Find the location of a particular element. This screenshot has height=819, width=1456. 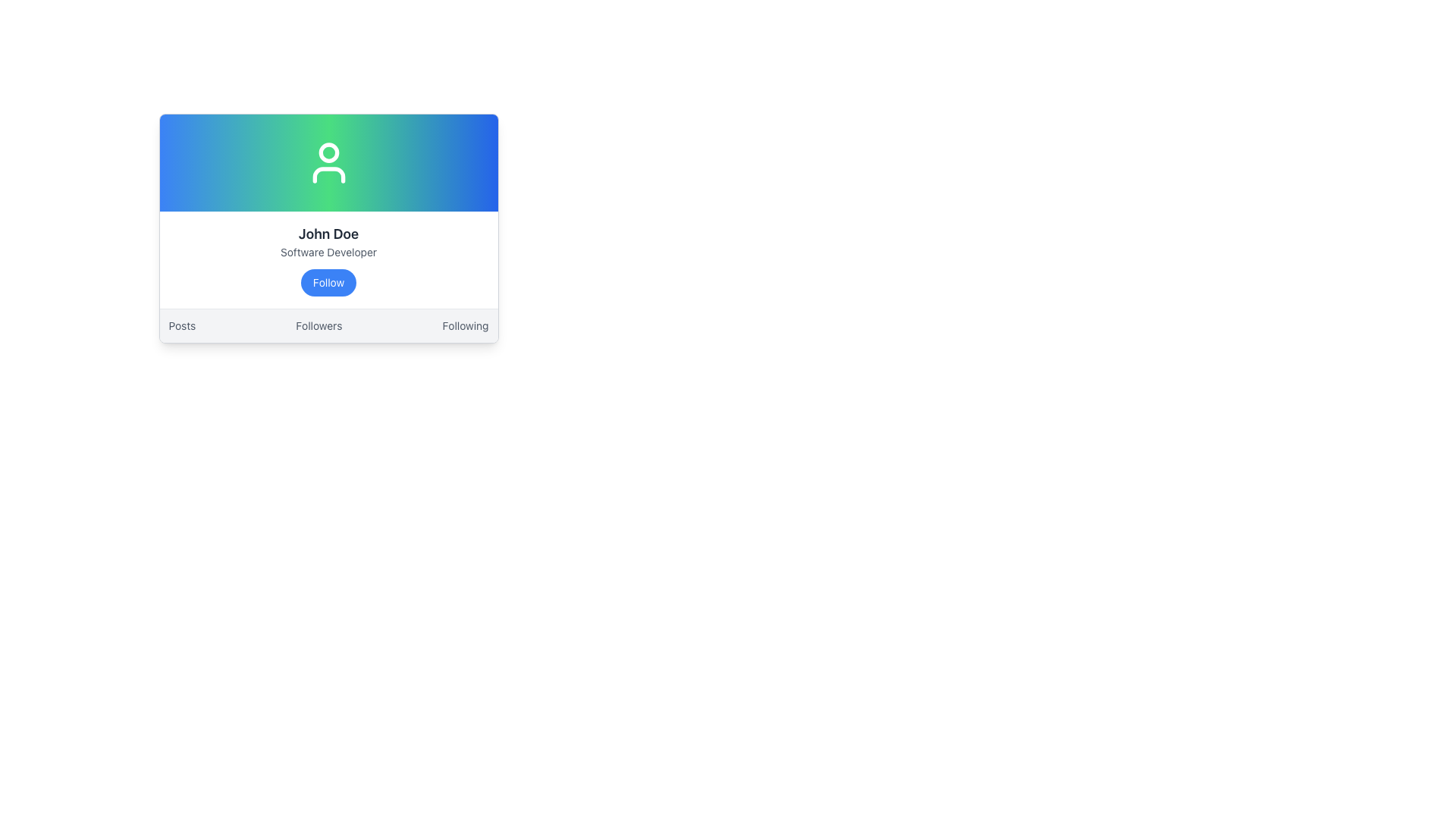

the follow button located below the 'Software Developer' text in the profile card for 'John Doe' to change its background color is located at coordinates (328, 283).